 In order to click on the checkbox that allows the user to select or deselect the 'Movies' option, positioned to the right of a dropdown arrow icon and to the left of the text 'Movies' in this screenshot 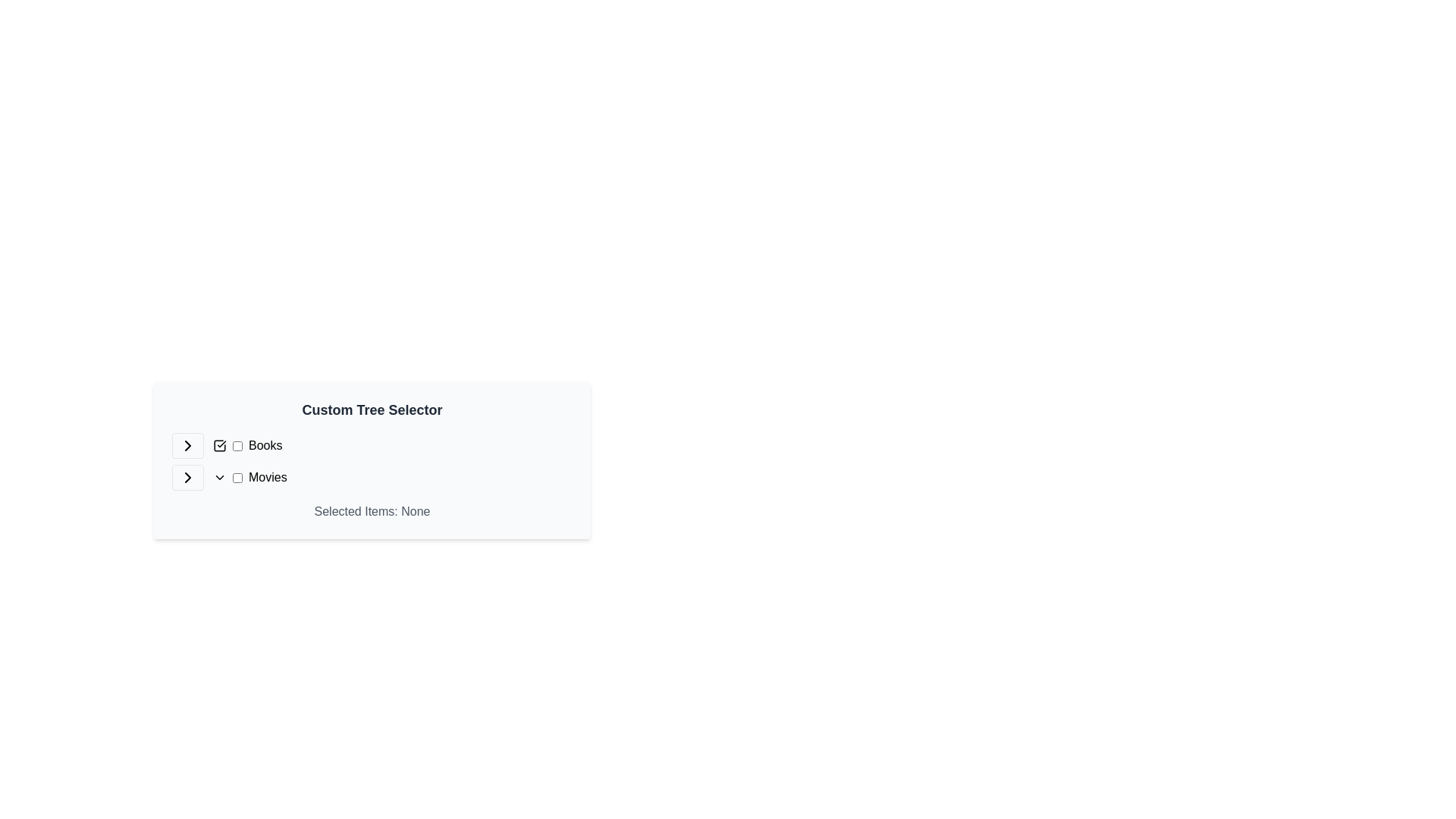, I will do `click(237, 476)`.